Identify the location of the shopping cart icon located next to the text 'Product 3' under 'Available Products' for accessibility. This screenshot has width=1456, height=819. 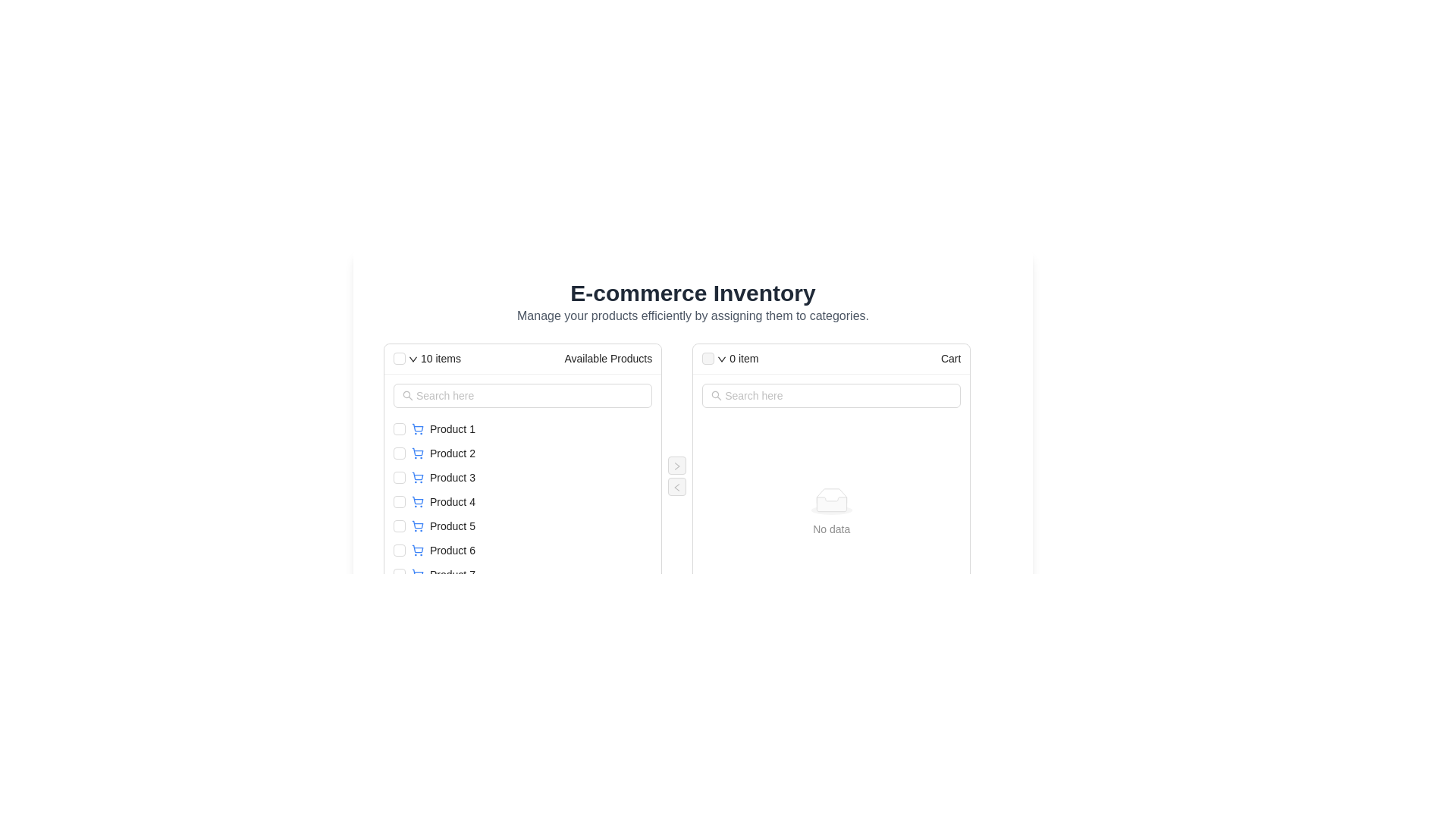
(418, 476).